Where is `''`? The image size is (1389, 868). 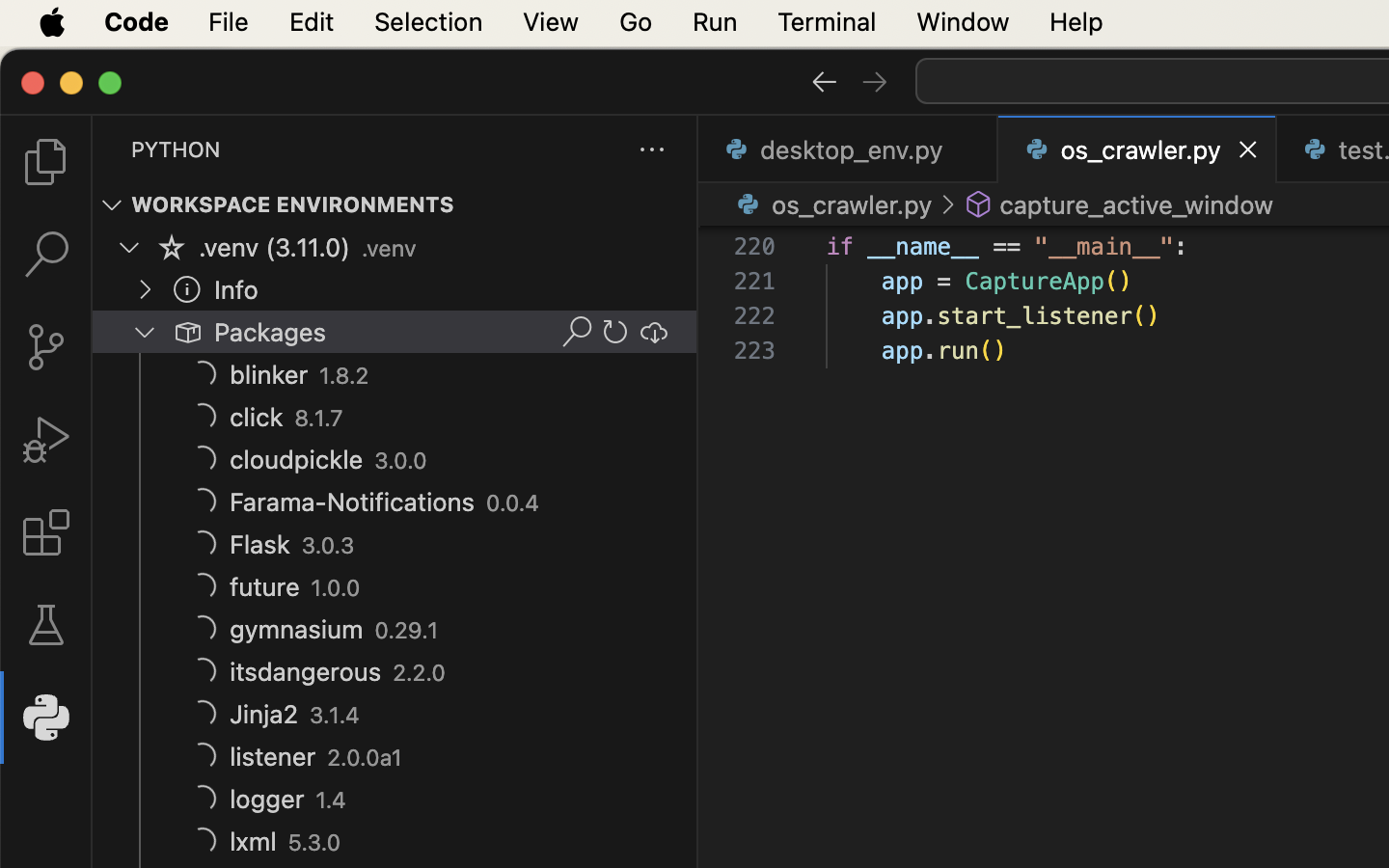
'' is located at coordinates (44, 162).